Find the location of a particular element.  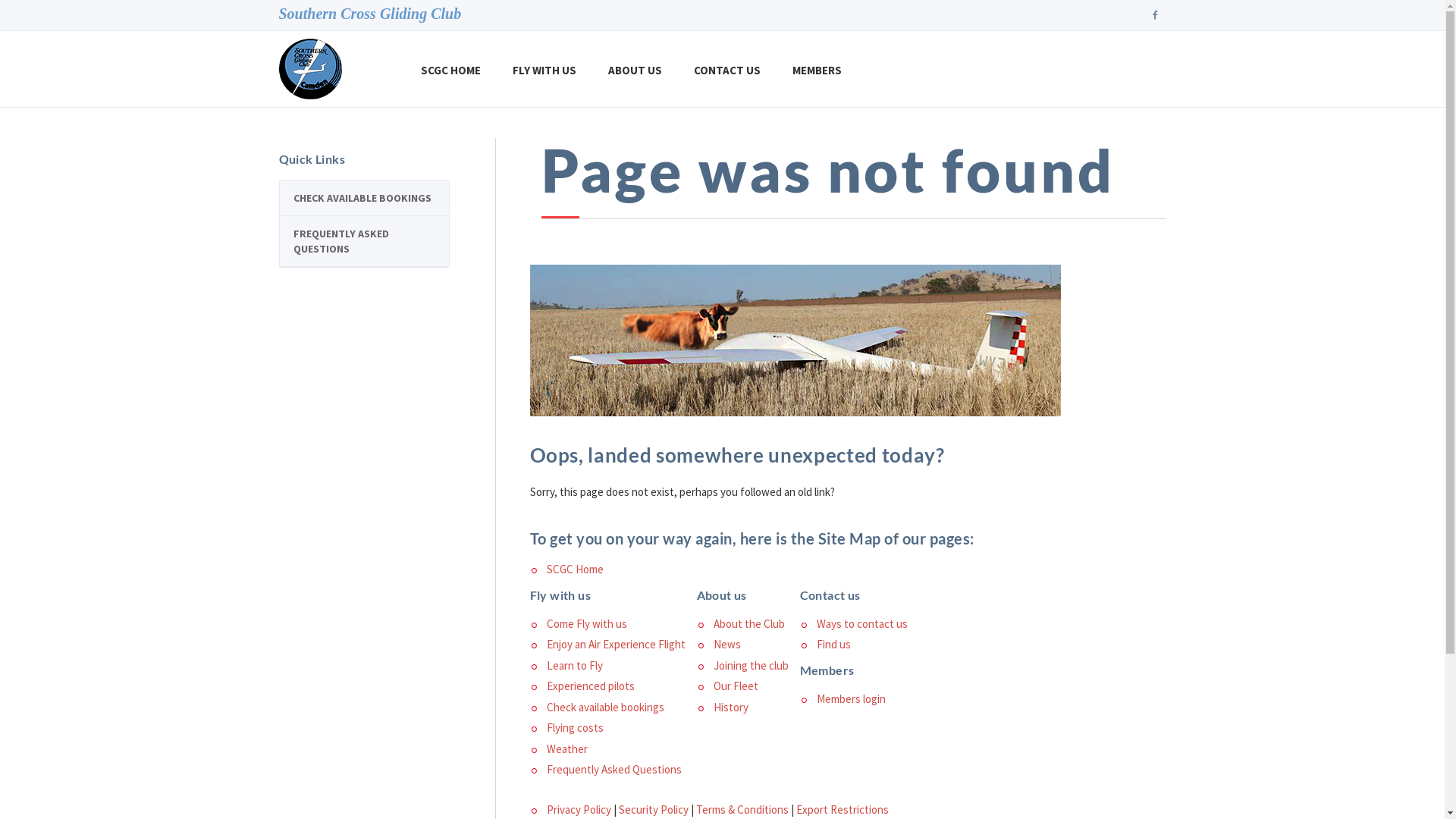

'SCGC Home' is located at coordinates (573, 569).